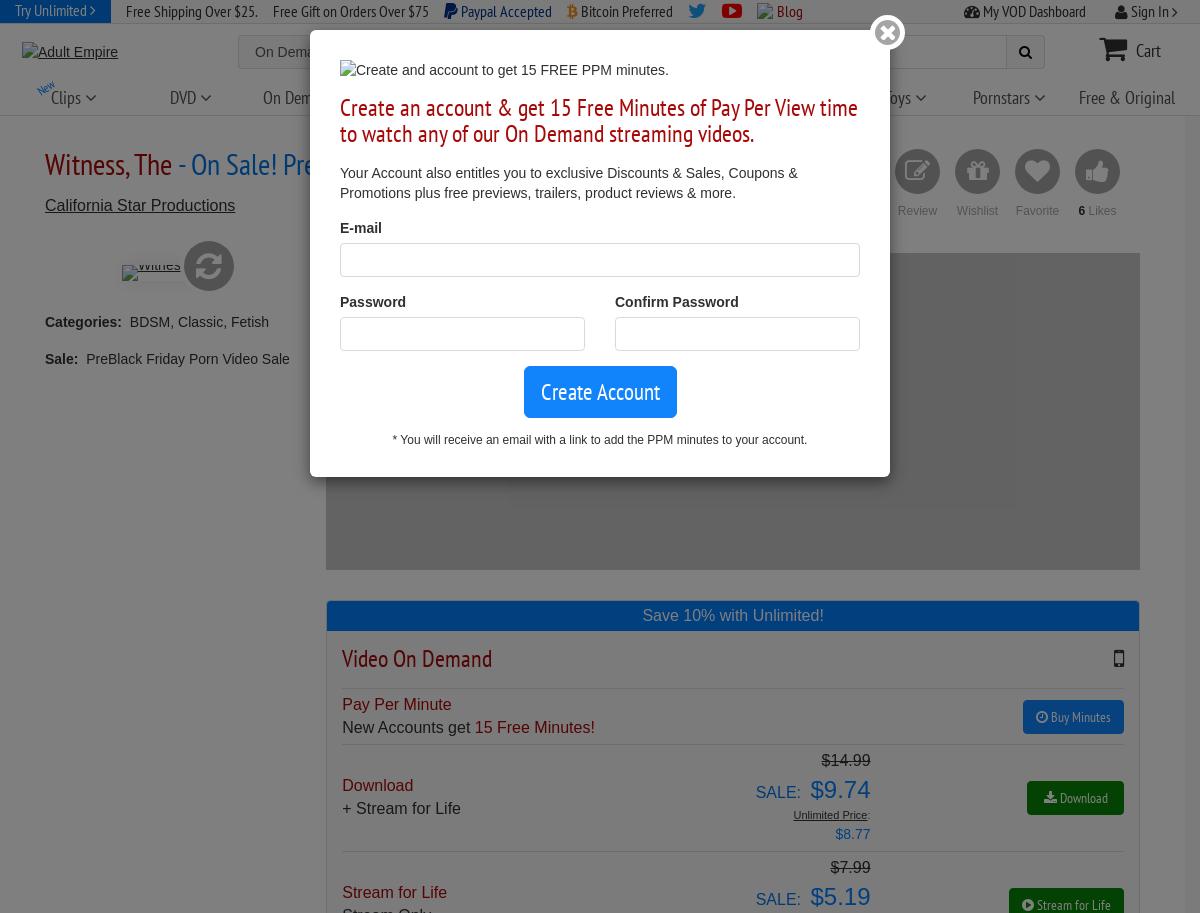 The image size is (1200, 913). What do you see at coordinates (372, 300) in the screenshot?
I see `'Password'` at bounding box center [372, 300].